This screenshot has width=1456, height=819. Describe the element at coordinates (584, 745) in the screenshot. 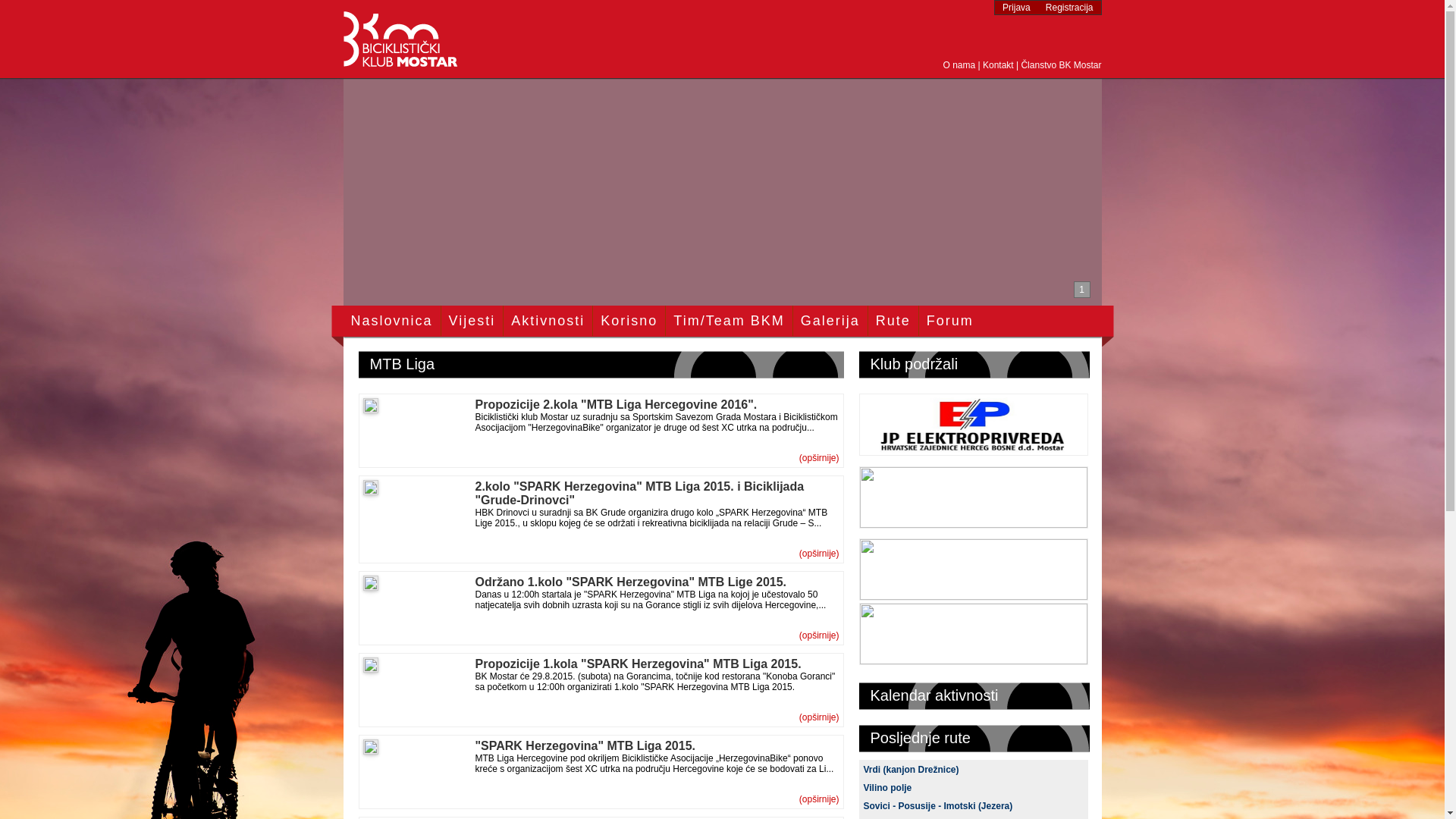

I see `'"SPARK Herzegovina" MTB Liga 2015.'` at that location.